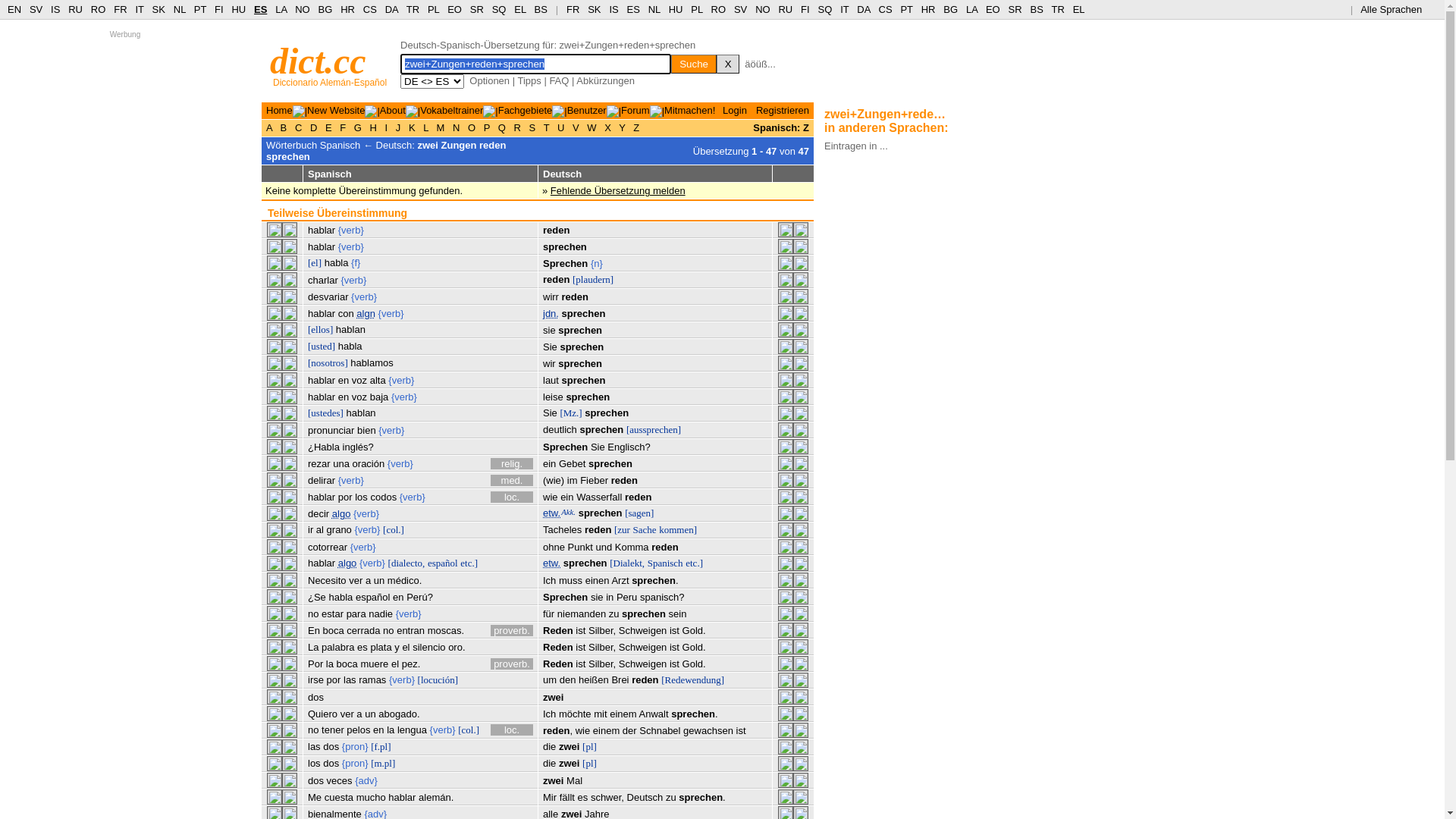 This screenshot has height=819, width=1456. What do you see at coordinates (359, 396) in the screenshot?
I see `'voz'` at bounding box center [359, 396].